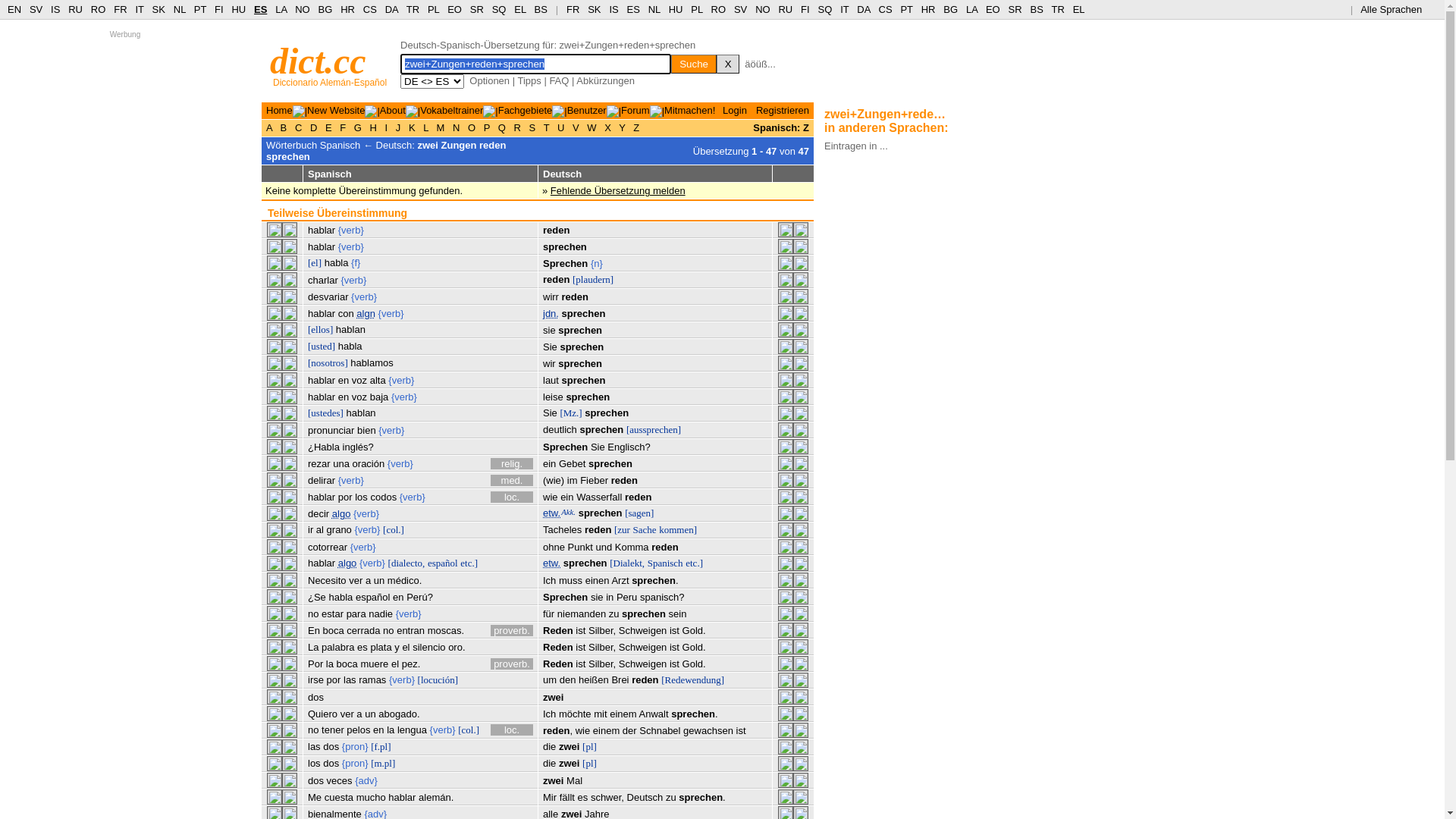 This screenshot has height=819, width=1456. What do you see at coordinates (359, 396) in the screenshot?
I see `'voz'` at bounding box center [359, 396].